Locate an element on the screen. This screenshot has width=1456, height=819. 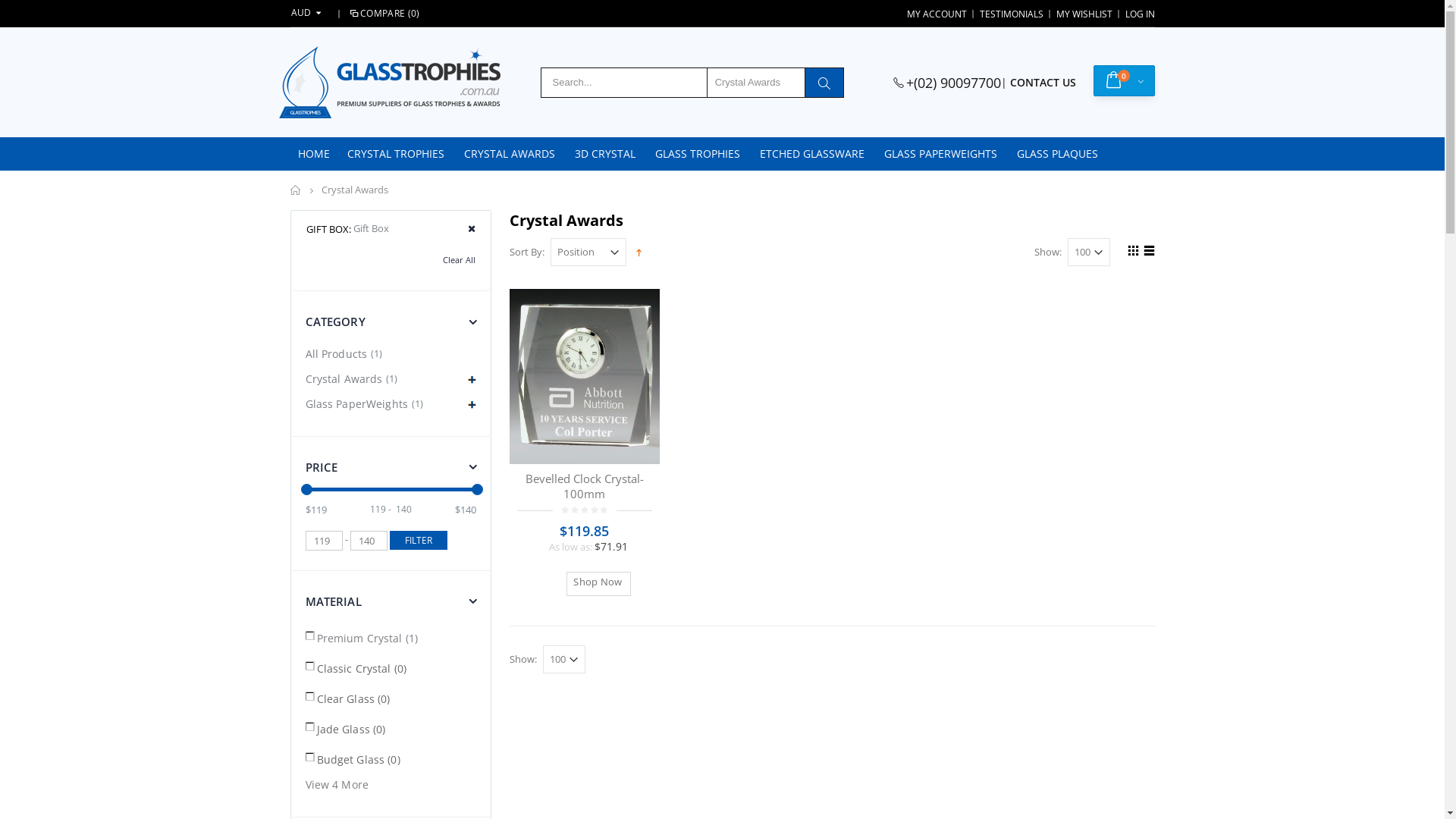
'GLASS PLAQUES' is located at coordinates (1056, 154).